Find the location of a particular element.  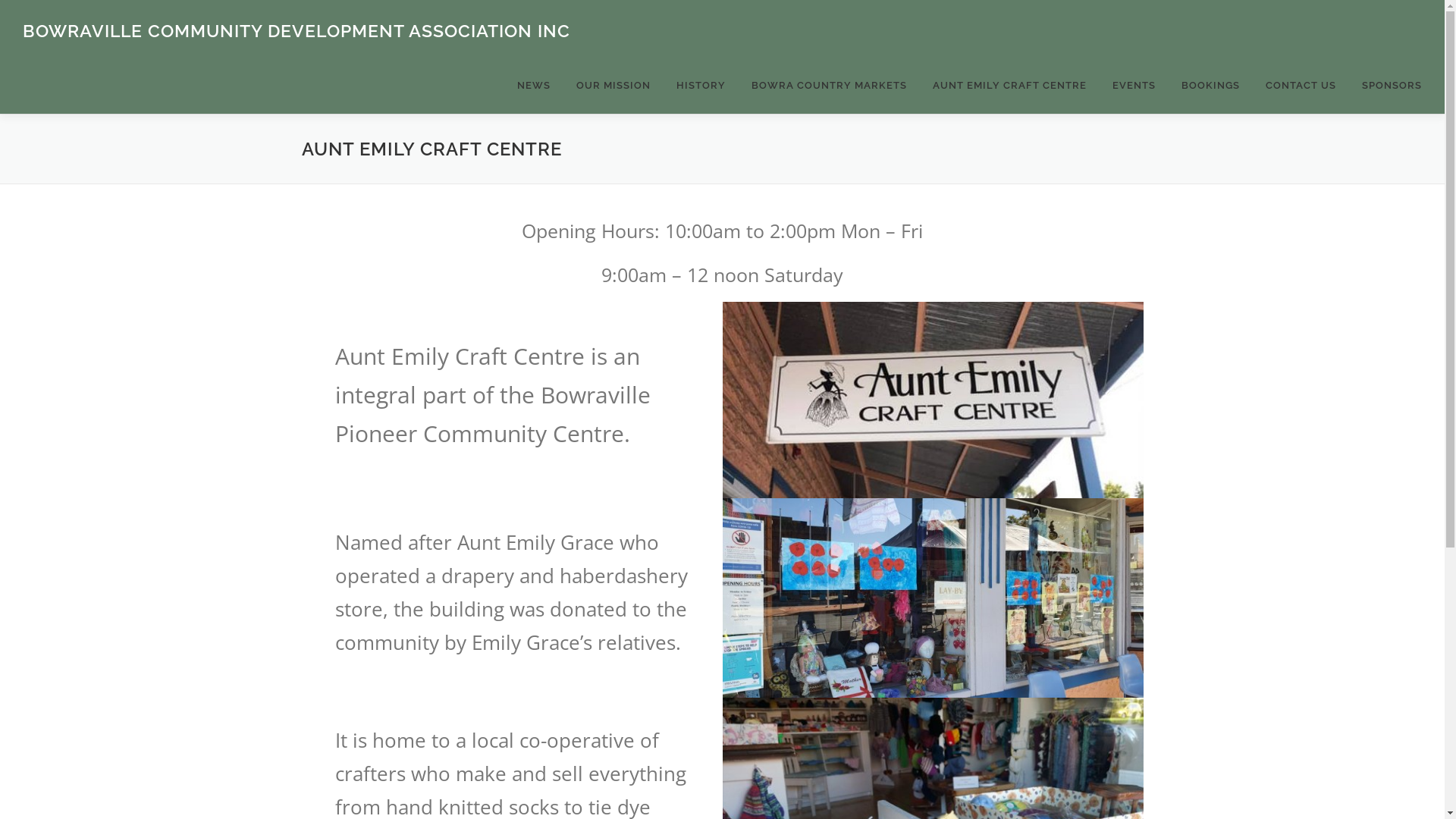

'OUR MISSION' is located at coordinates (613, 85).